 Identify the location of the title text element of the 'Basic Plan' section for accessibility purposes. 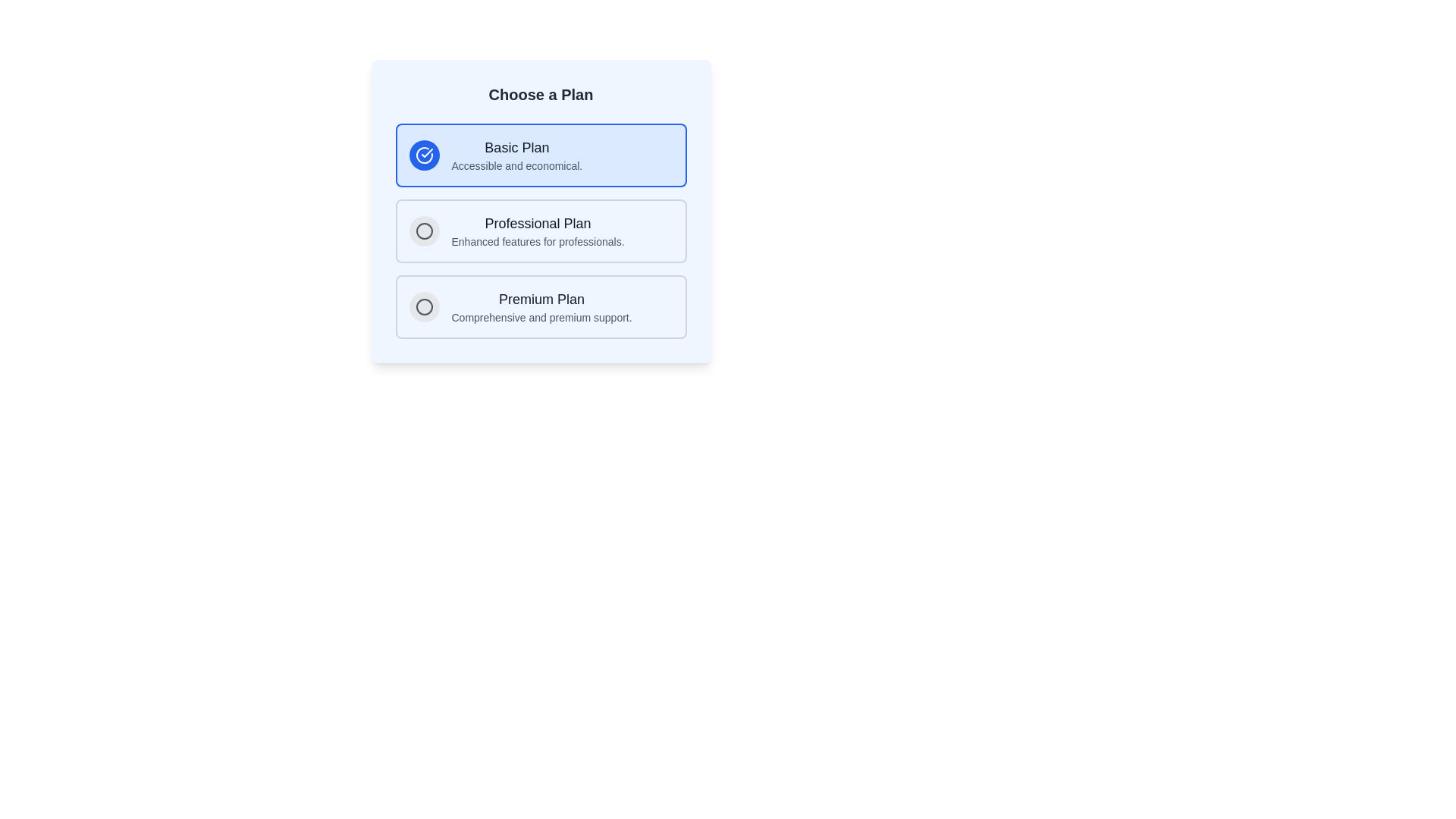
(516, 148).